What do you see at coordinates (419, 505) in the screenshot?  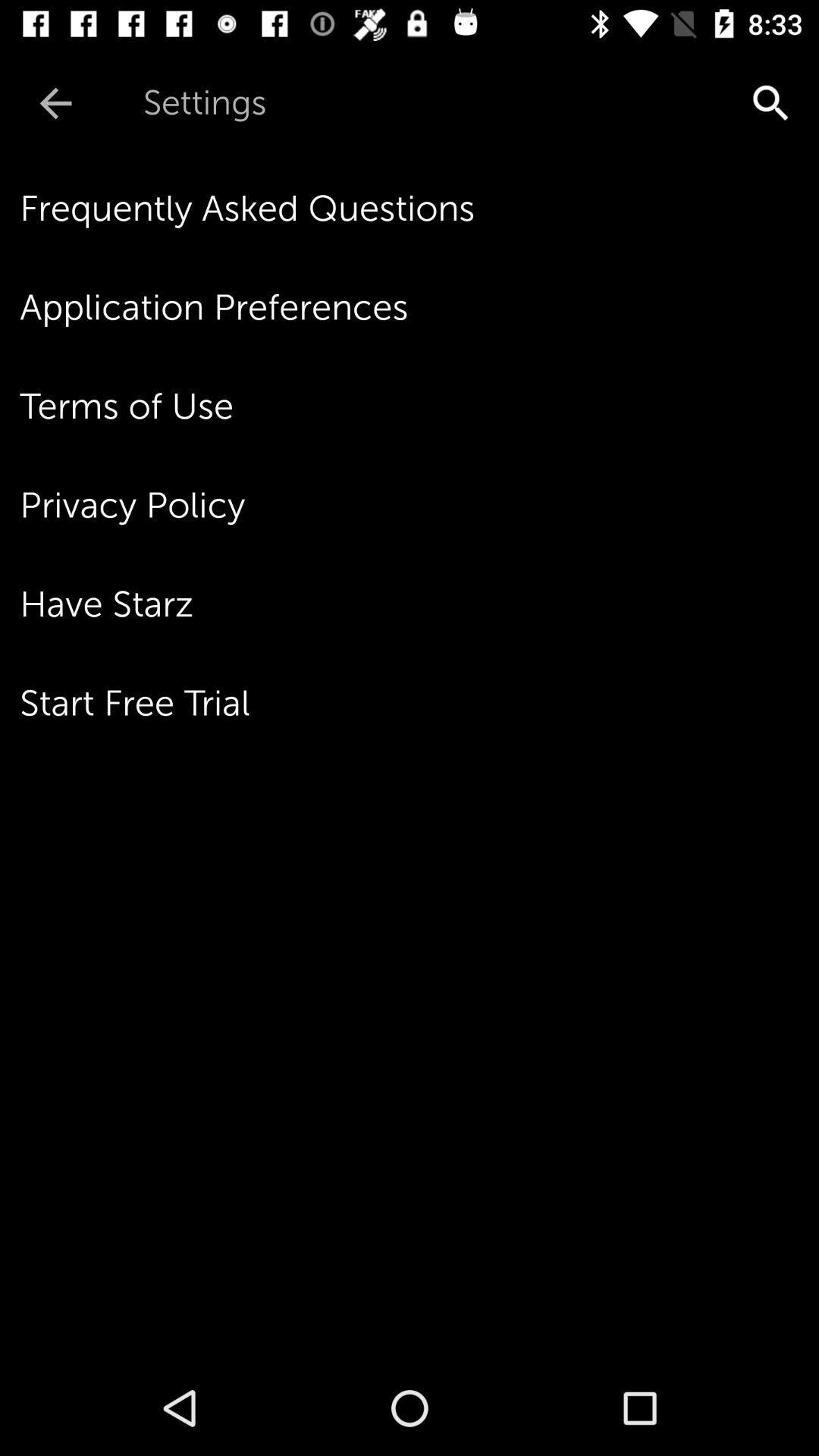 I see `icon above the have starz icon` at bounding box center [419, 505].